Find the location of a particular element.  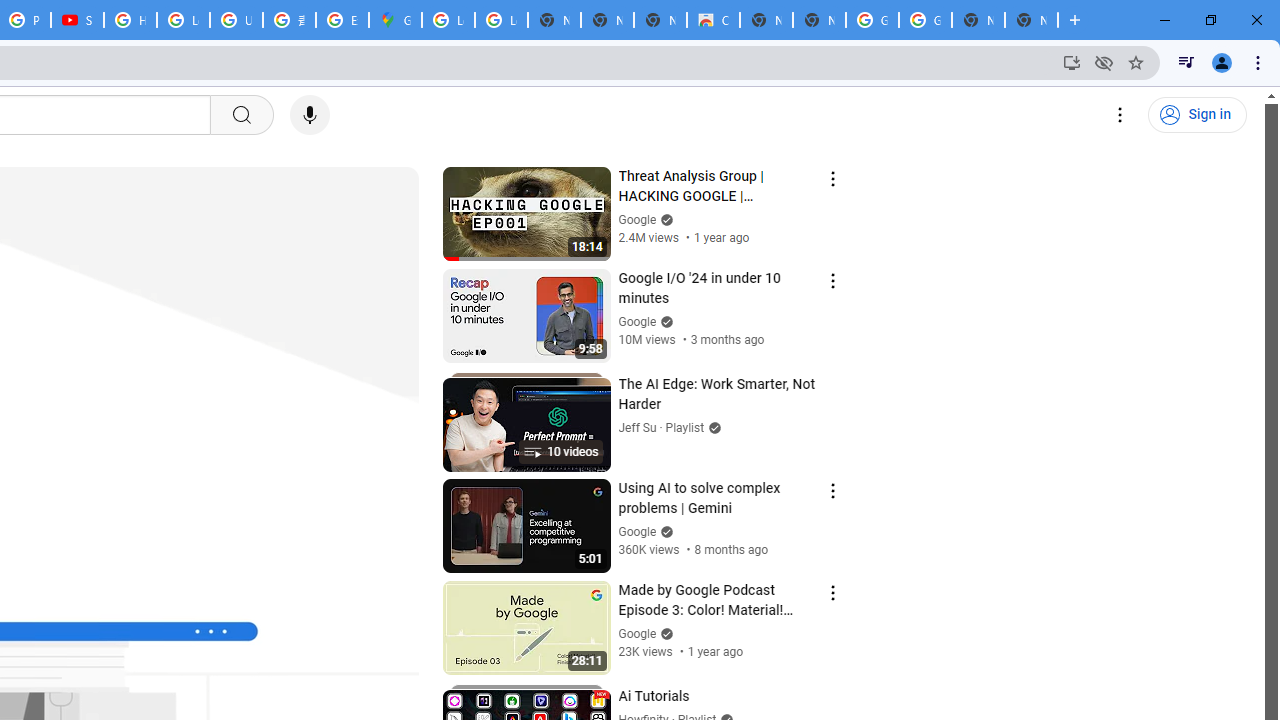

'Chrome Web Store' is located at coordinates (713, 20).